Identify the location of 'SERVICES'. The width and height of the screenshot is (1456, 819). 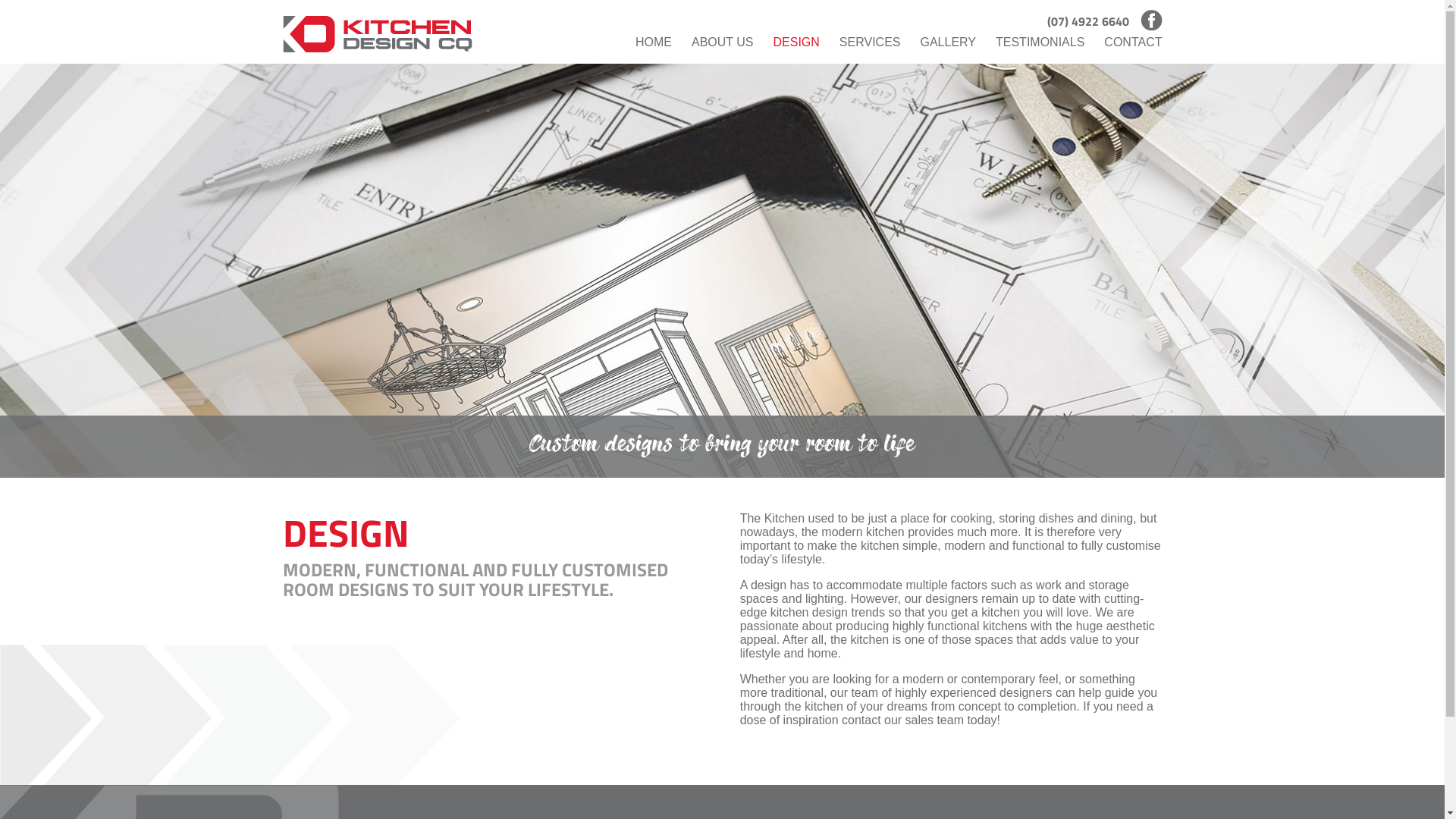
(870, 42).